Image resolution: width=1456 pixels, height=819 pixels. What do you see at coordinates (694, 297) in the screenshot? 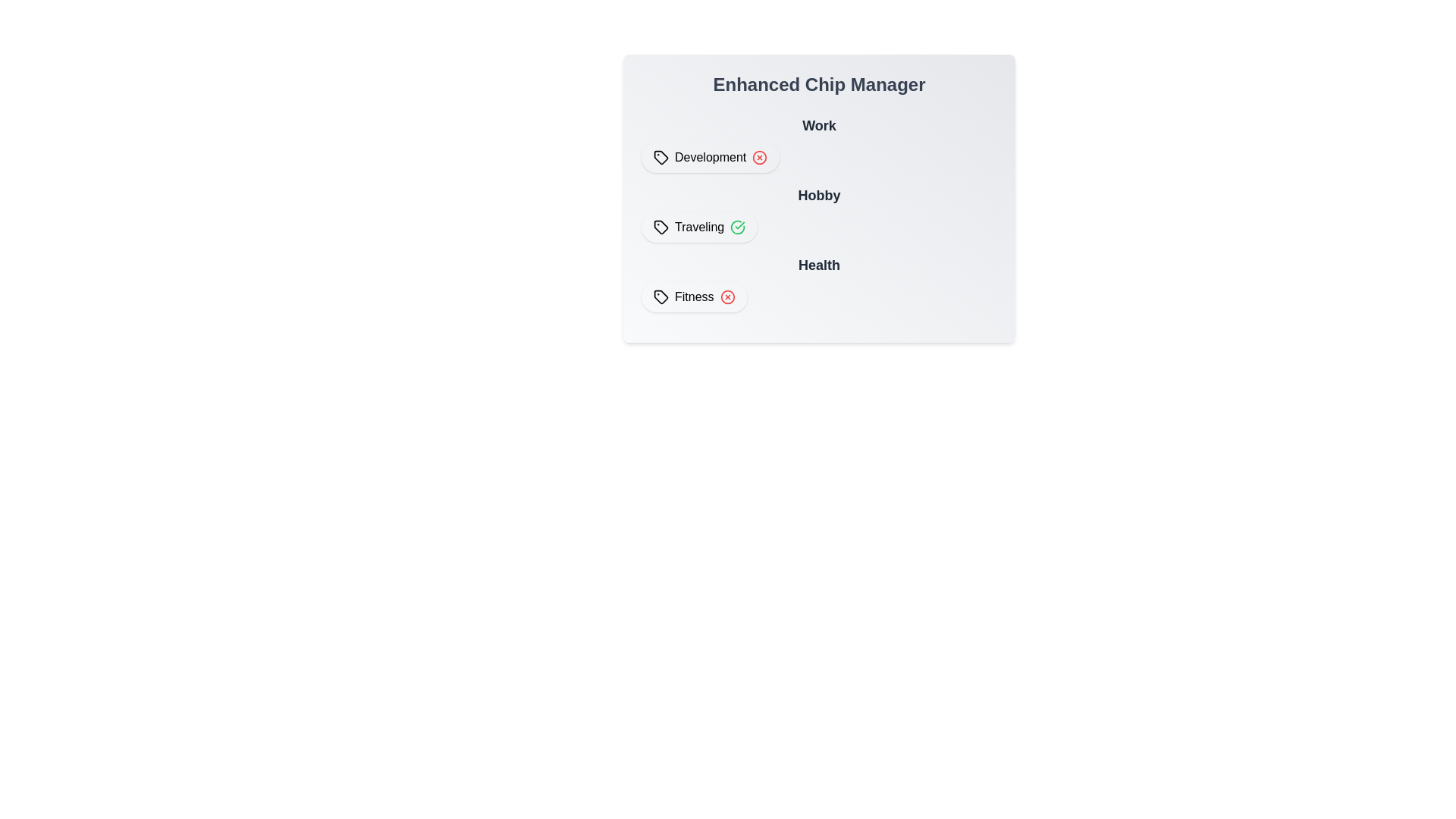
I see `the chip labeled Fitness` at bounding box center [694, 297].